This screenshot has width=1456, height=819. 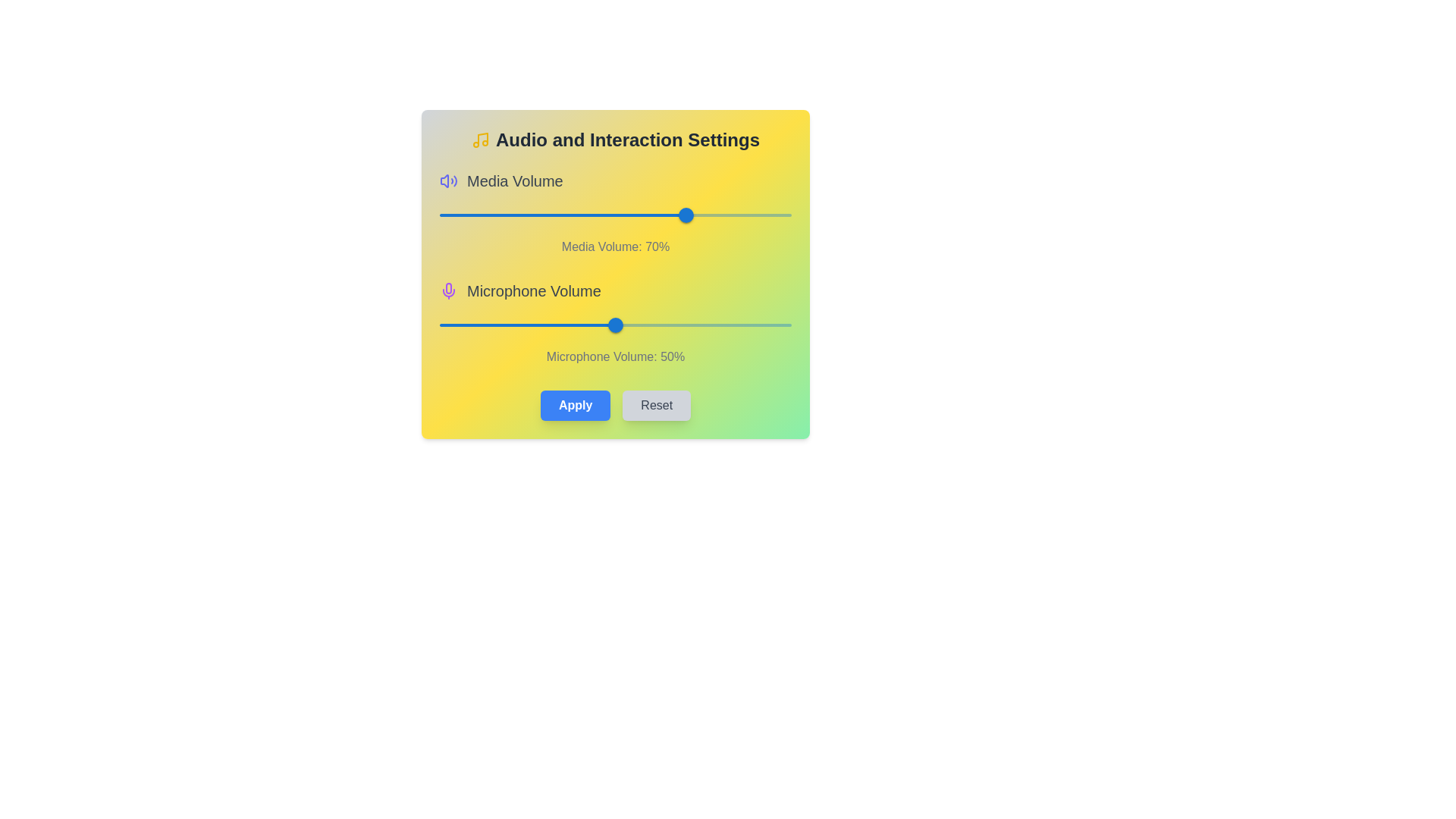 What do you see at coordinates (479, 140) in the screenshot?
I see `the yellow music icon styled as a note symbol located next to the title 'Audio and Interaction Settings' at the top center of the interface` at bounding box center [479, 140].